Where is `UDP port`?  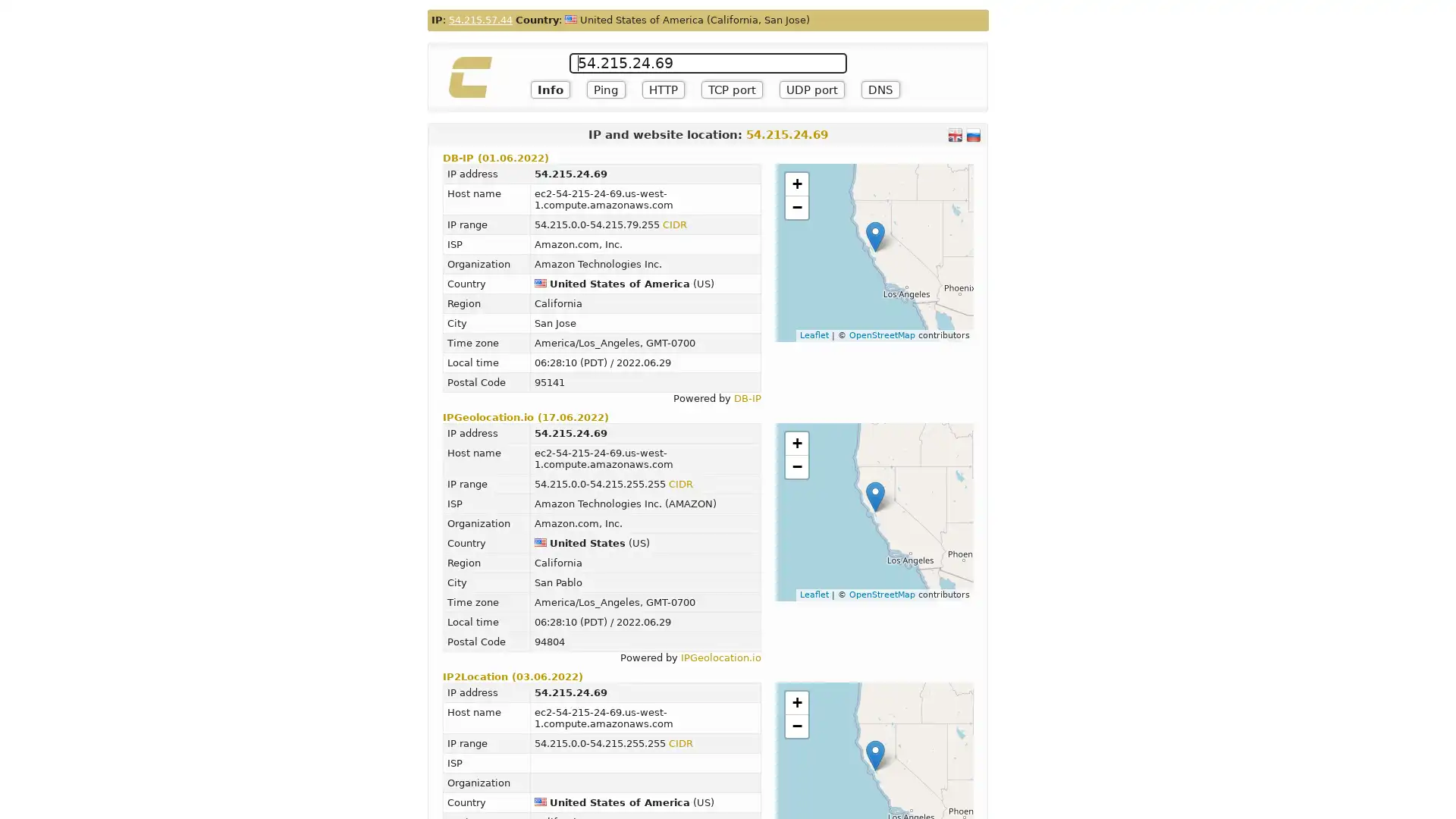
UDP port is located at coordinates (811, 89).